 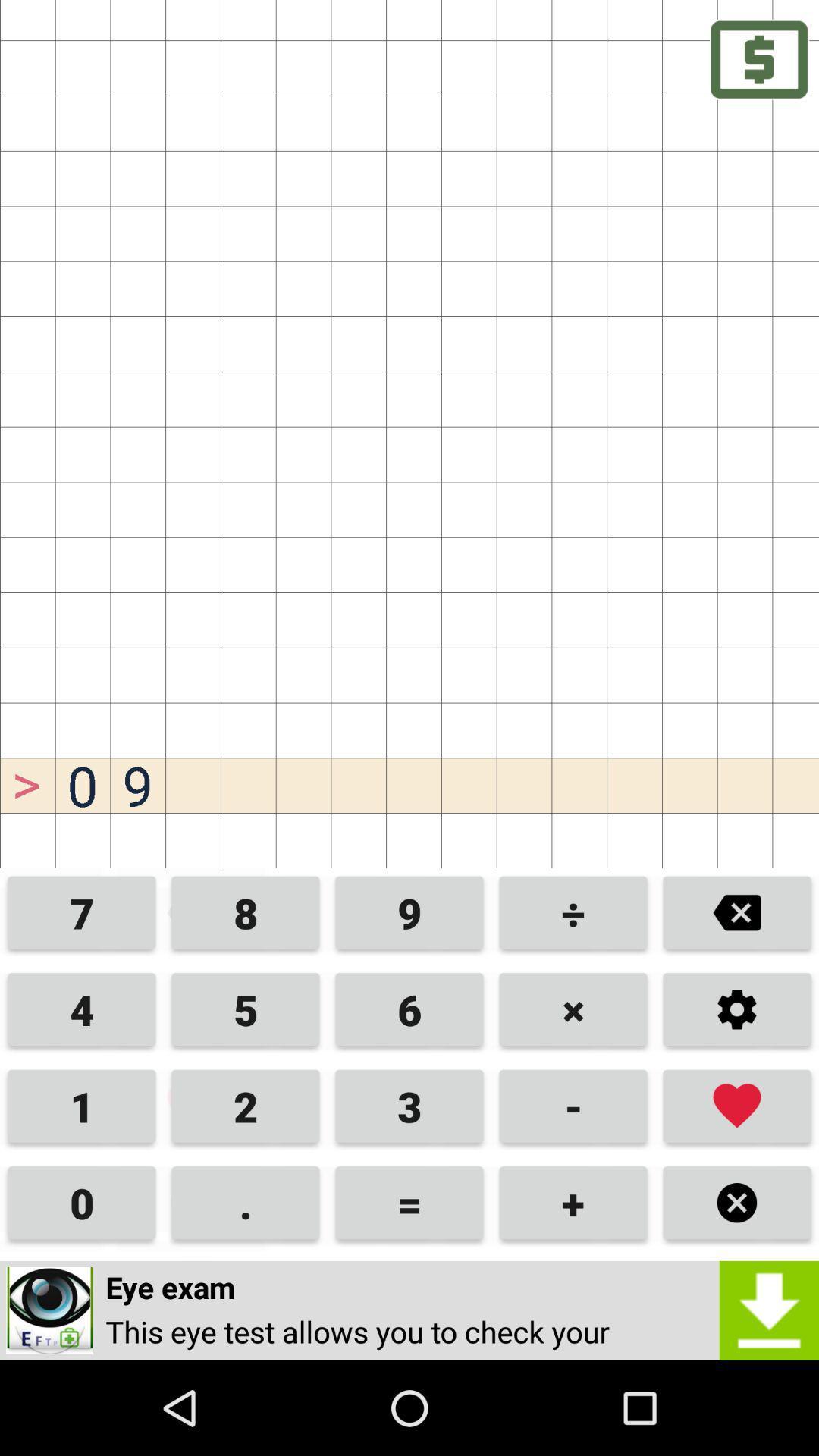 What do you see at coordinates (736, 1202) in the screenshot?
I see `button` at bounding box center [736, 1202].